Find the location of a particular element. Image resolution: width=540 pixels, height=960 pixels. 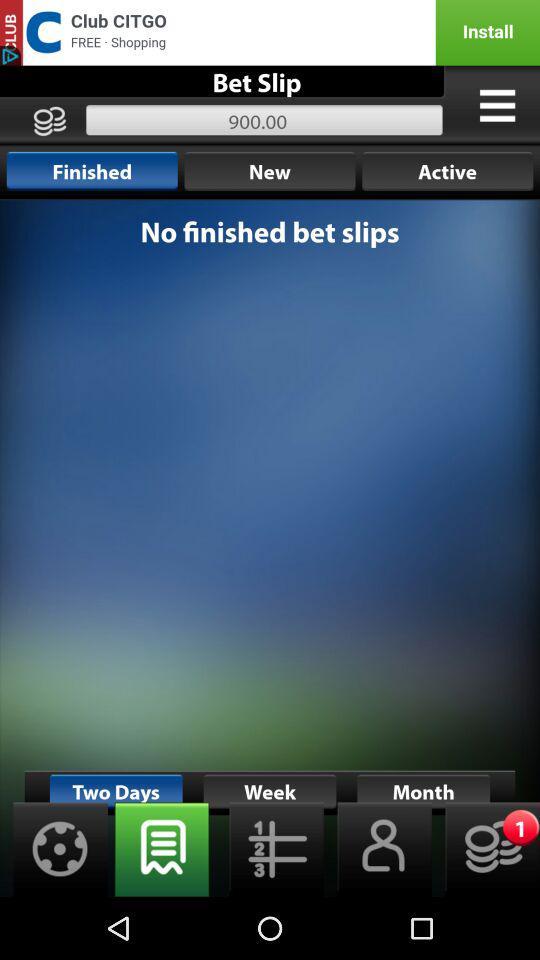

sightings is located at coordinates (54, 848).